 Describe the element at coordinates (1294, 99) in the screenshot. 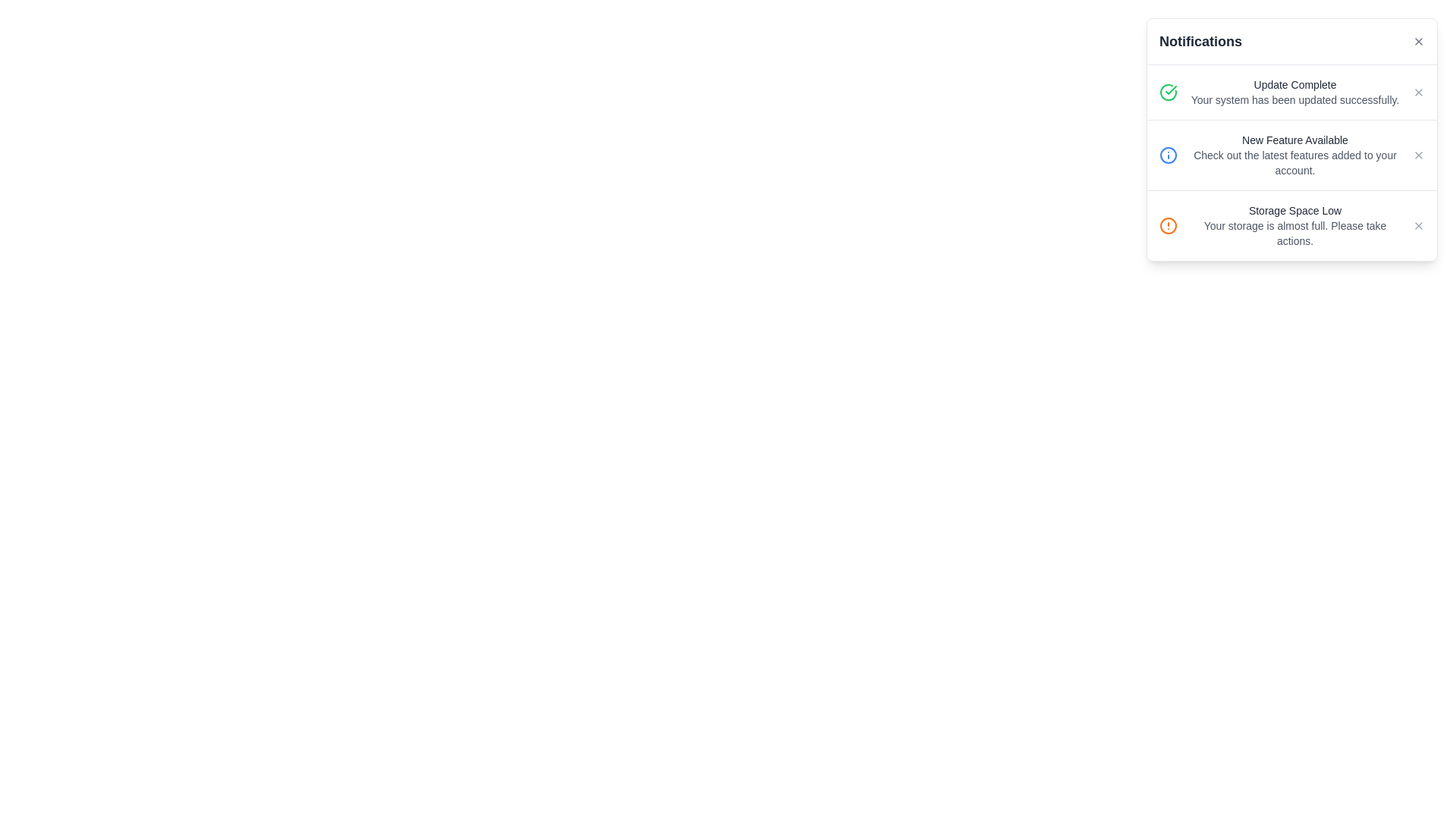

I see `confirmation message about the successful system update located in the Notifications section, below the 'Update Complete' text` at that location.